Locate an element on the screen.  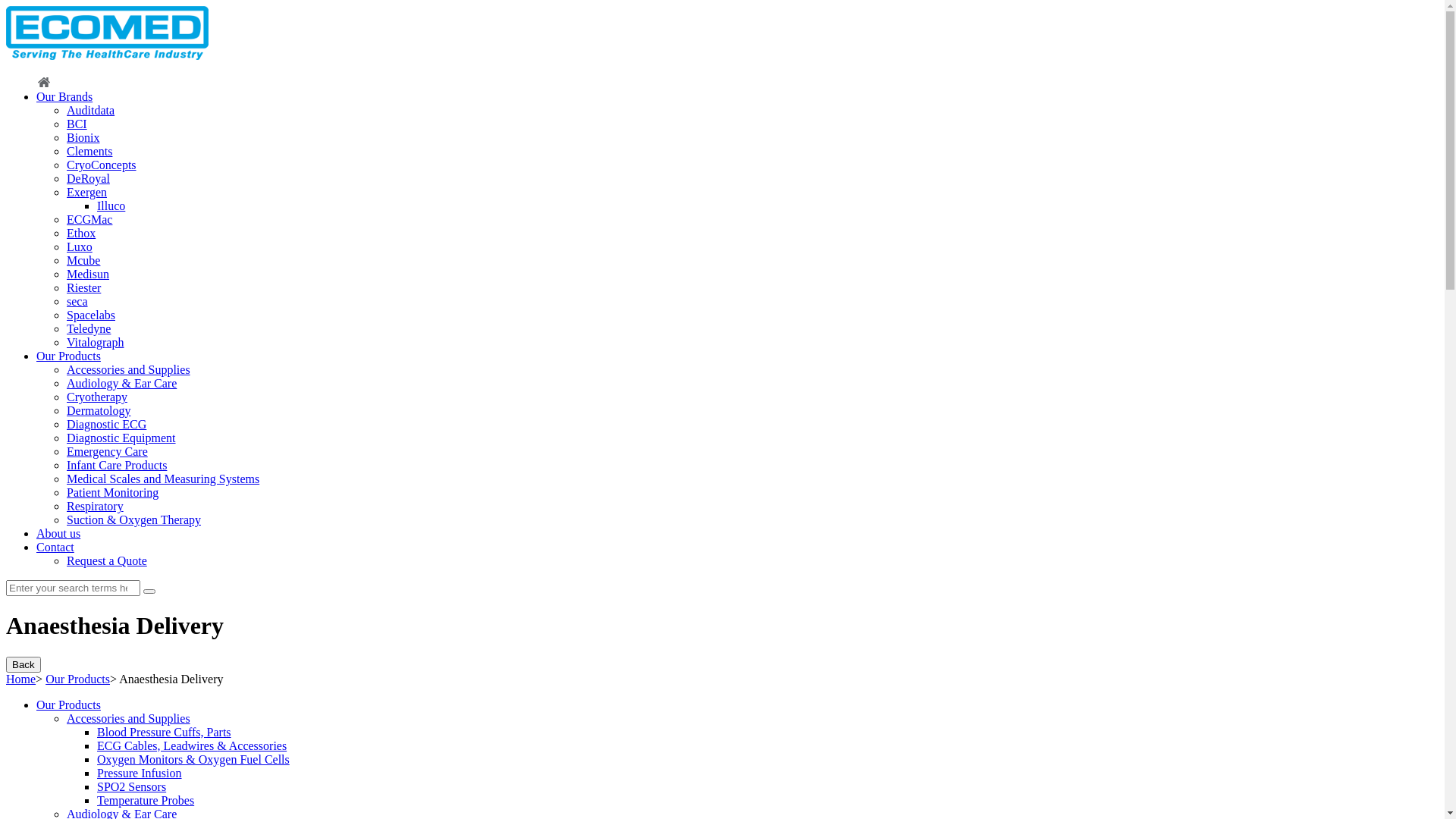
'Illuco' is located at coordinates (110, 206).